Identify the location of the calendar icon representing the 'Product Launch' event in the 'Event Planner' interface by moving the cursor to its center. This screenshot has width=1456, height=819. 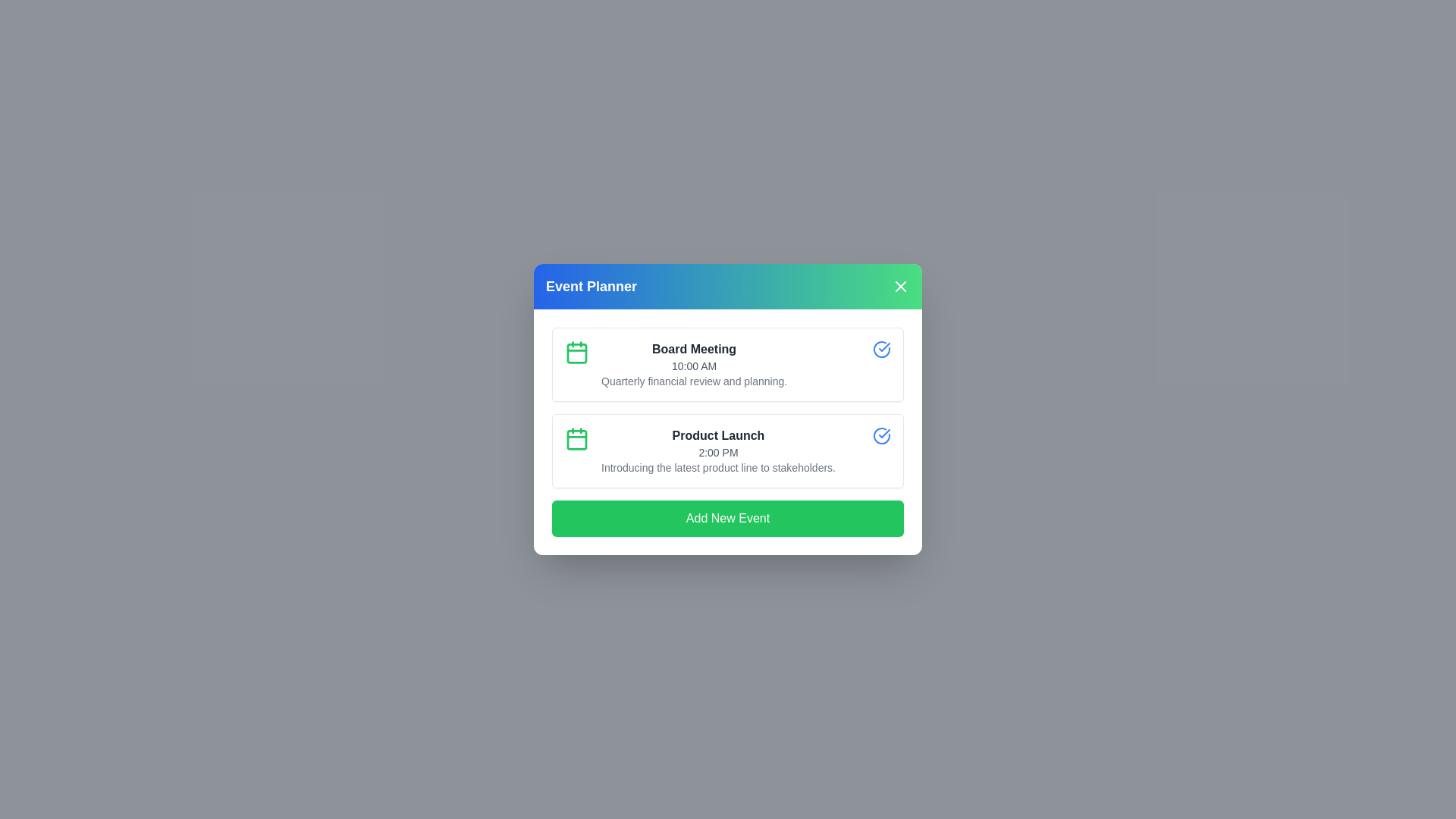
(576, 438).